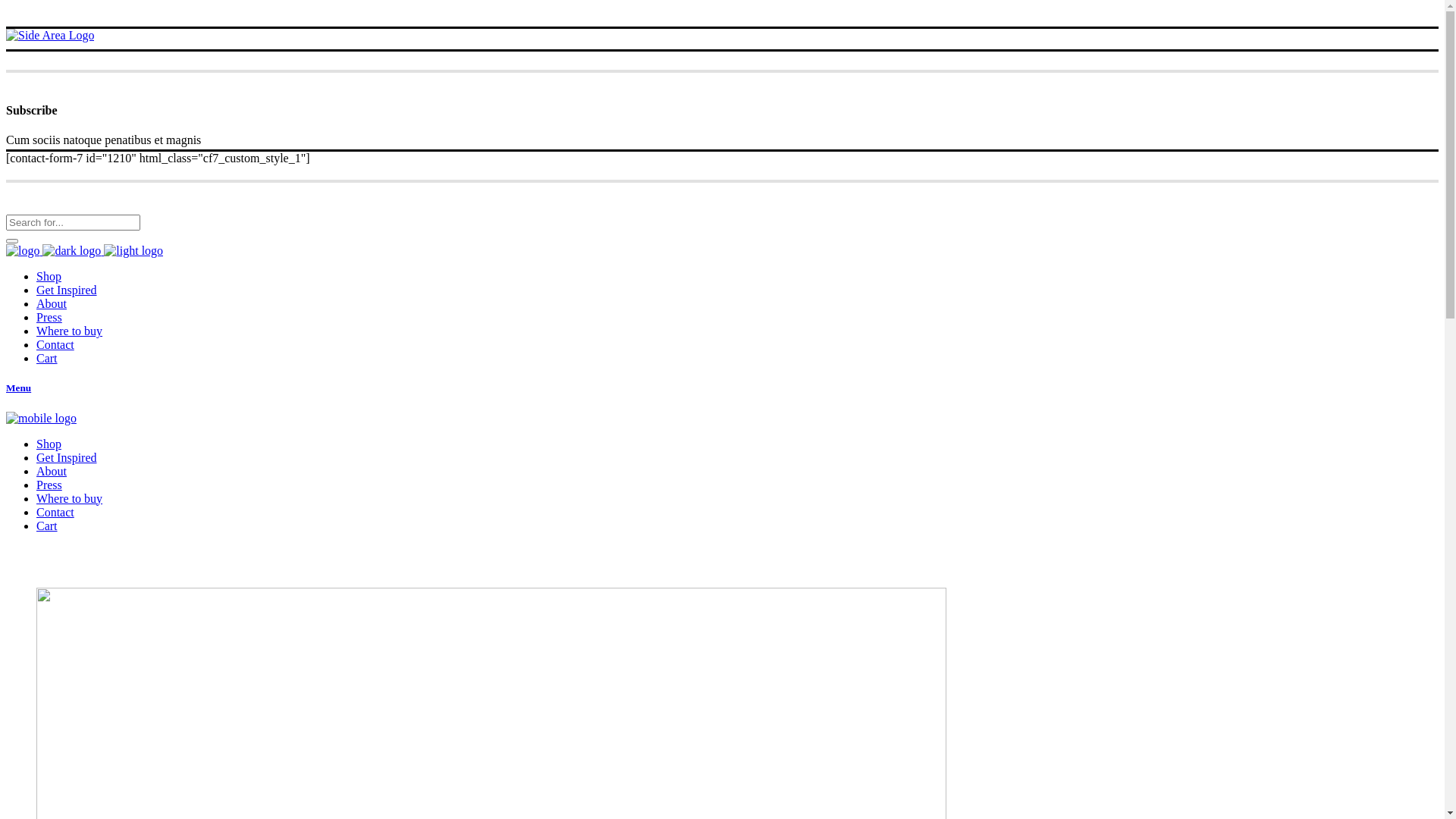 The width and height of the screenshot is (1456, 819). Describe the element at coordinates (51, 470) in the screenshot. I see `'About'` at that location.